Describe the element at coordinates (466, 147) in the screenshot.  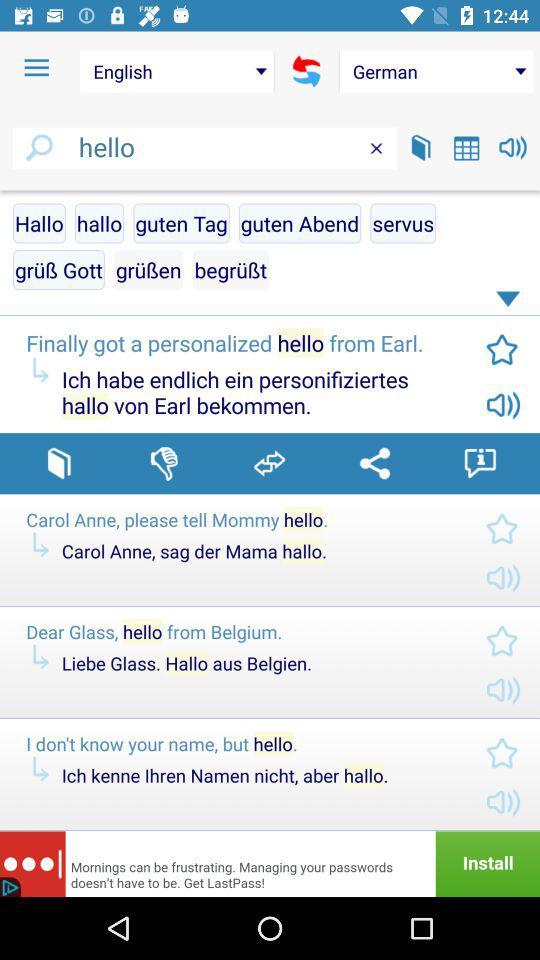
I see `open dates` at that location.